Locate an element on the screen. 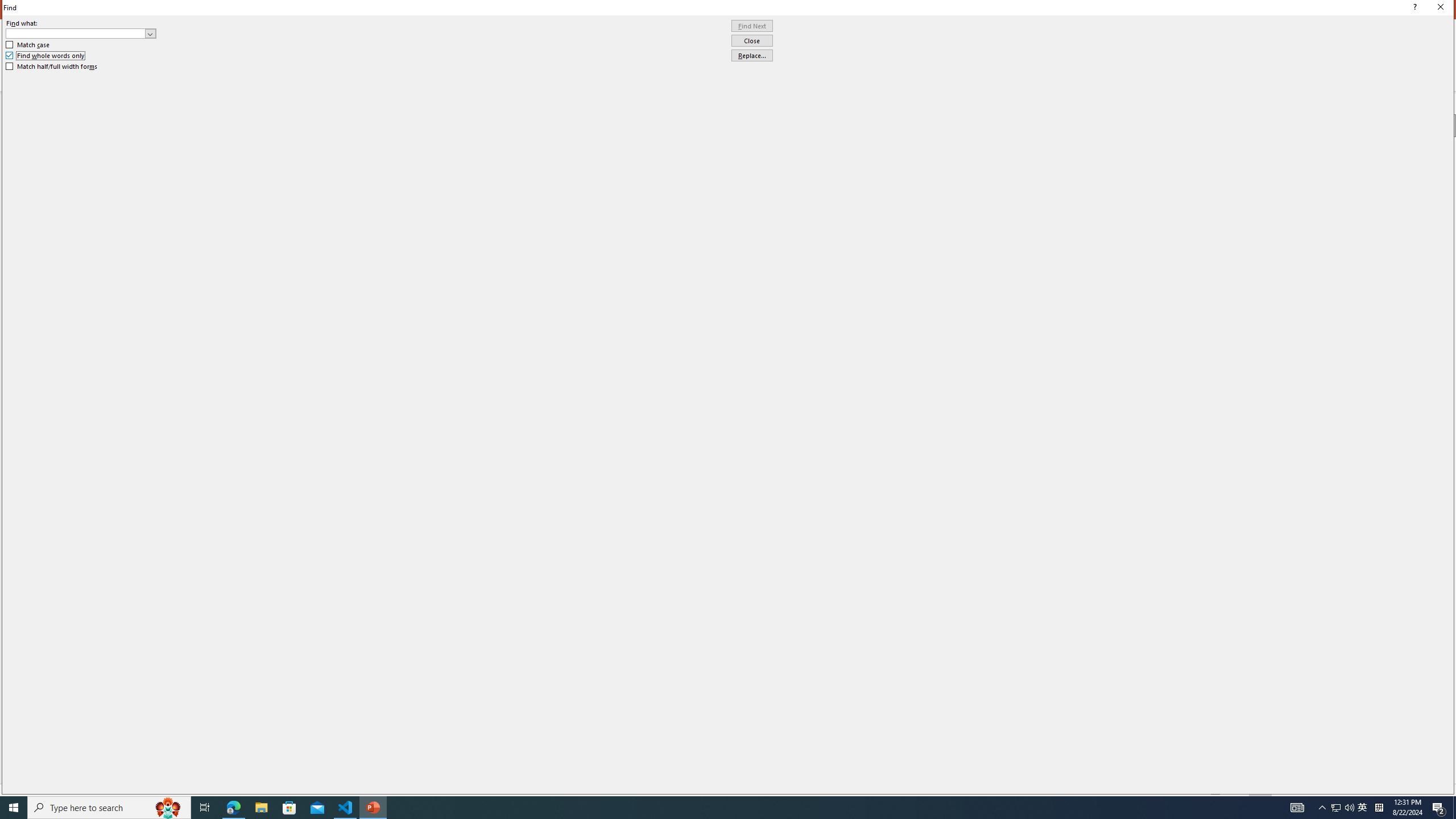  'Find what' is located at coordinates (76, 33).